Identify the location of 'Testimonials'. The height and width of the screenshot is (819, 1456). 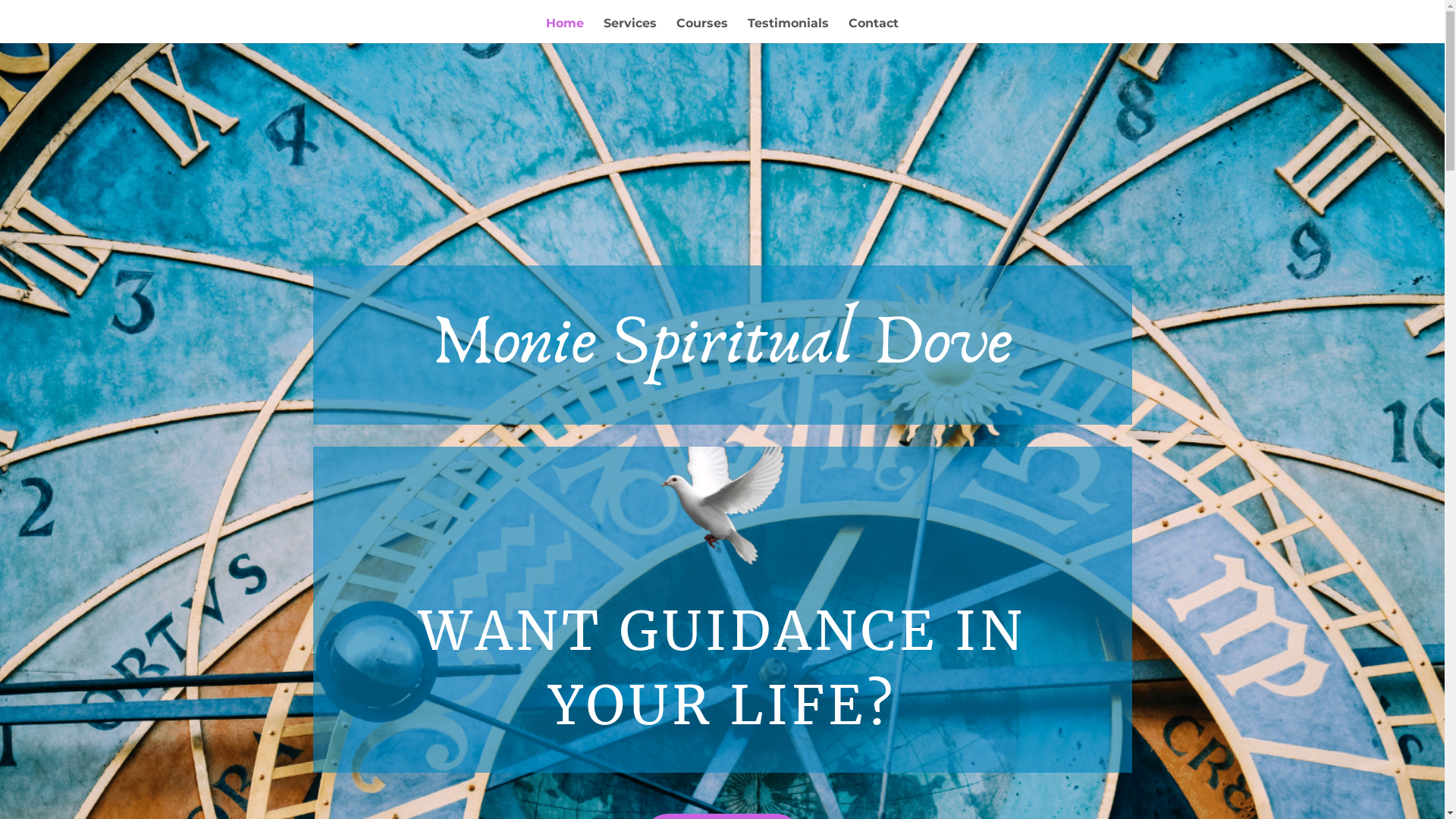
(788, 30).